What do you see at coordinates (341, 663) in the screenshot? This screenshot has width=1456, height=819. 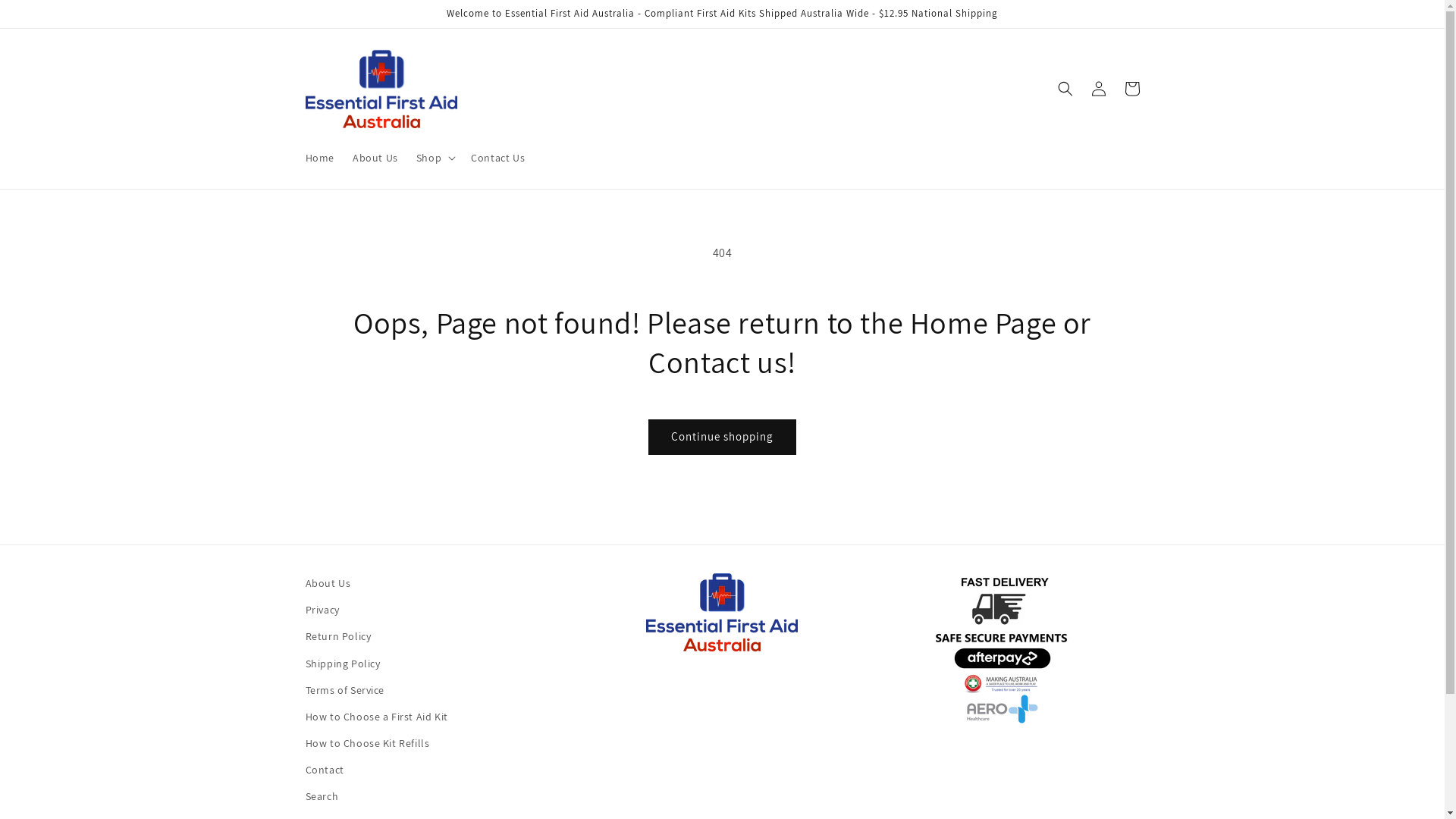 I see `'Shipping Policy'` at bounding box center [341, 663].